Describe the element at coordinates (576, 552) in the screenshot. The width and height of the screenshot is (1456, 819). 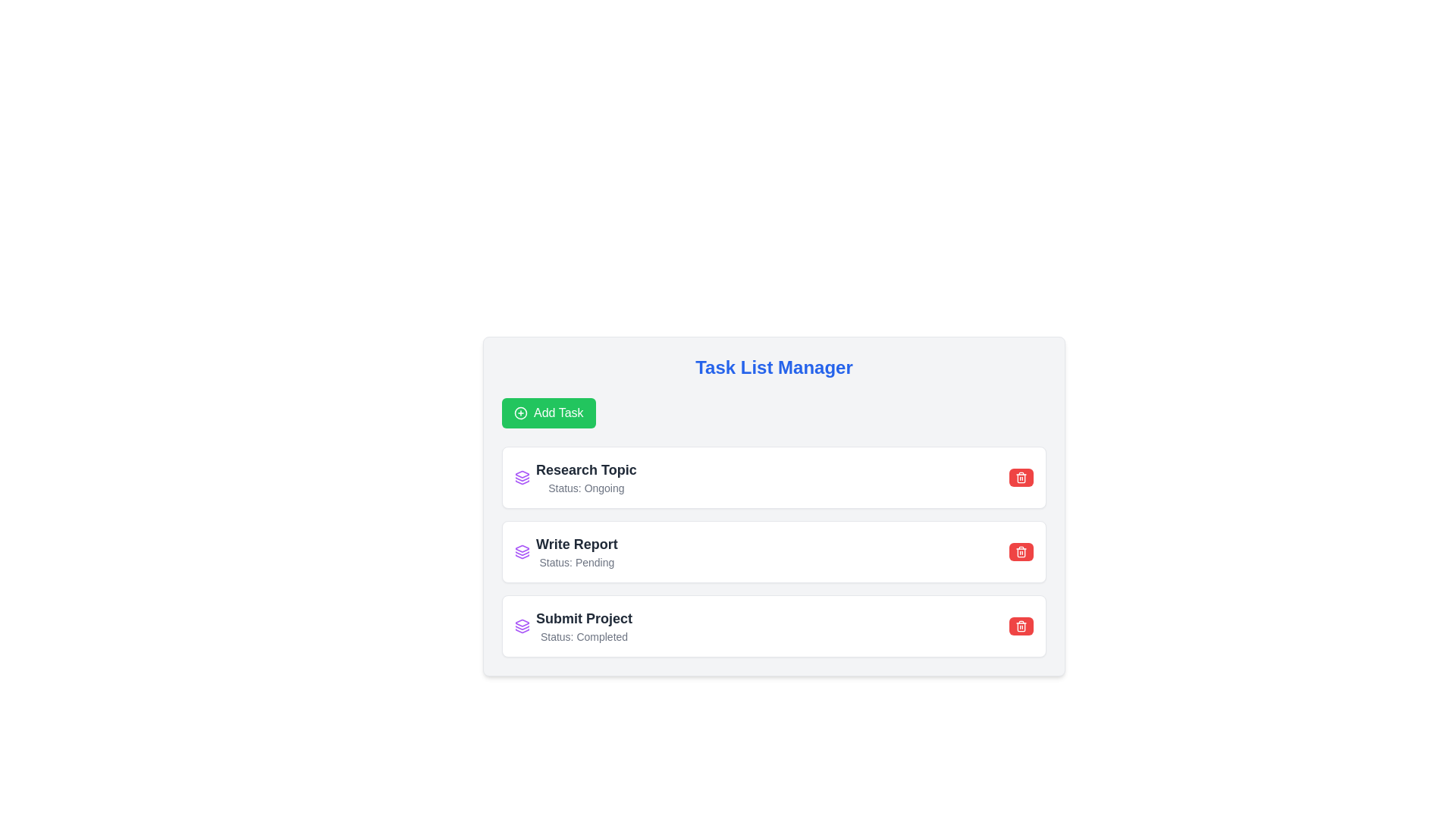
I see `the Text Display element that contains the lines 'Write Report' in bold and 'Status: Pending' in smaller font, positioned centrally within its card` at that location.